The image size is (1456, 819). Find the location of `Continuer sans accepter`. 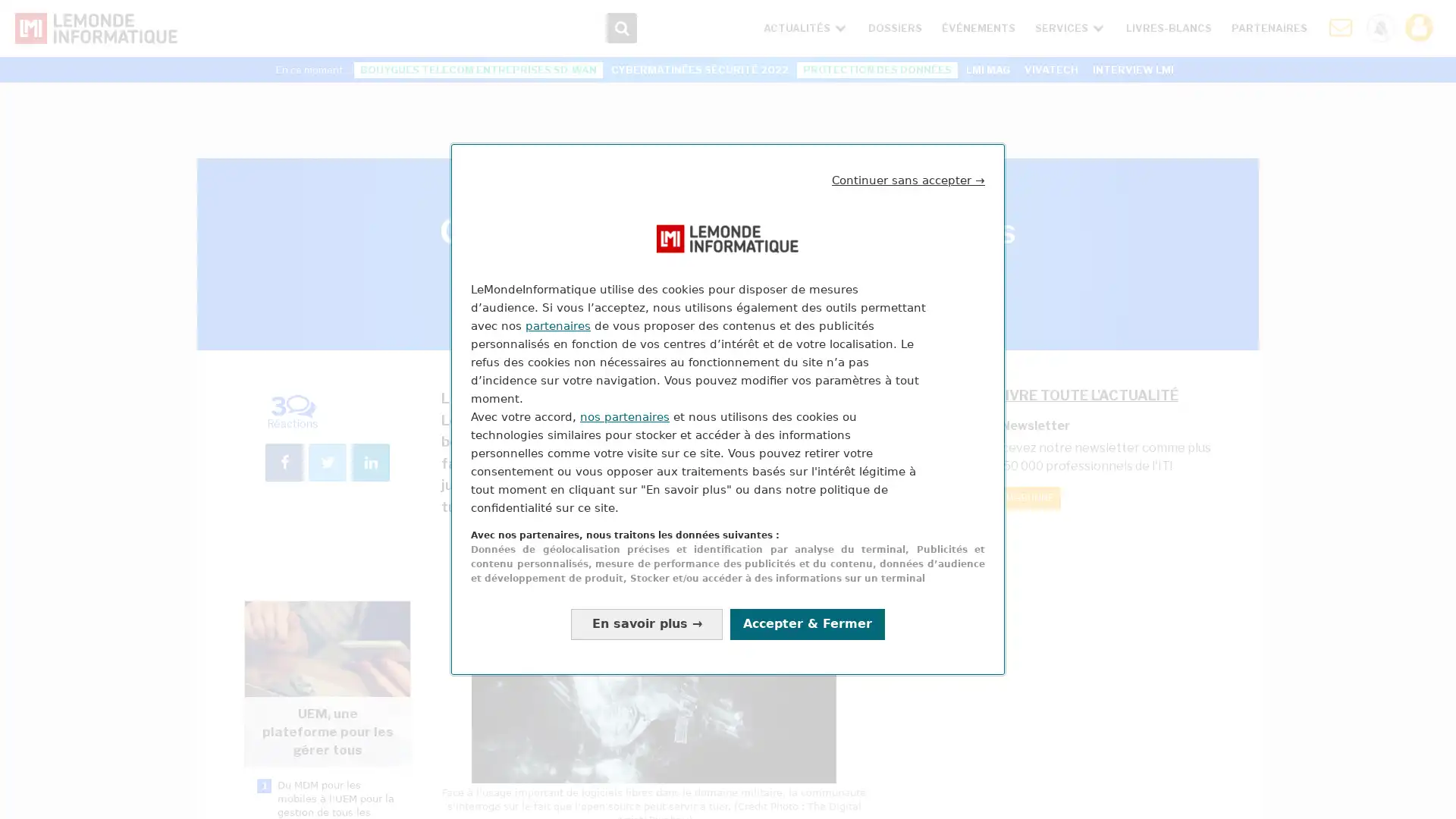

Continuer sans accepter is located at coordinates (908, 180).